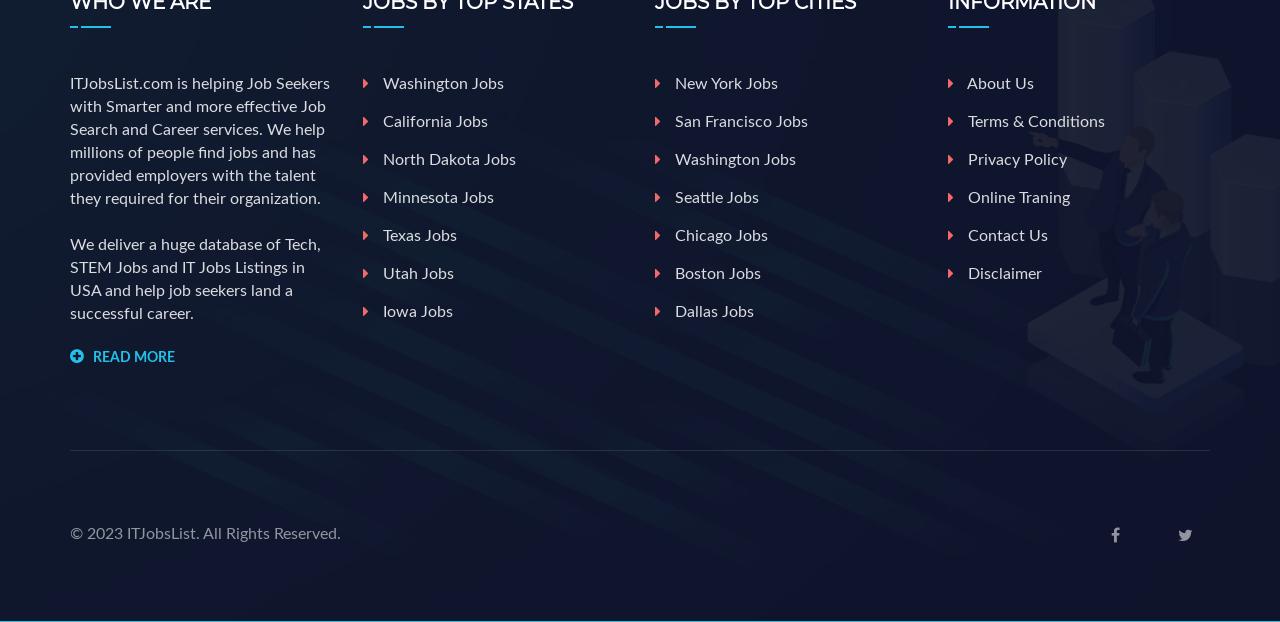  Describe the element at coordinates (70, 532) in the screenshot. I see `'© 2023 ITJobsList. All Rights Reserved.'` at that location.